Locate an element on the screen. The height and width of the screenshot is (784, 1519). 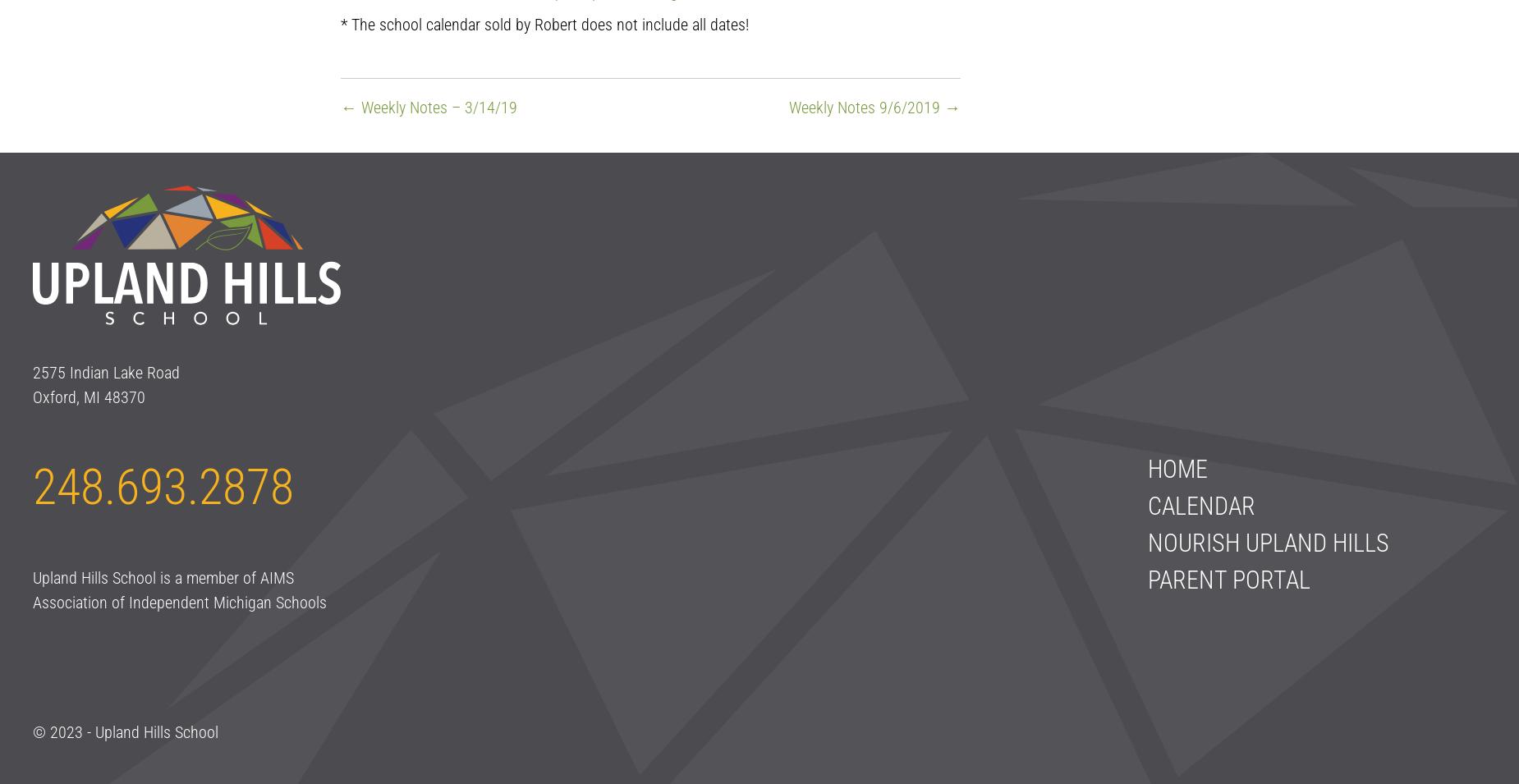
'NOURISH UPLAND HILLS' is located at coordinates (1268, 542).